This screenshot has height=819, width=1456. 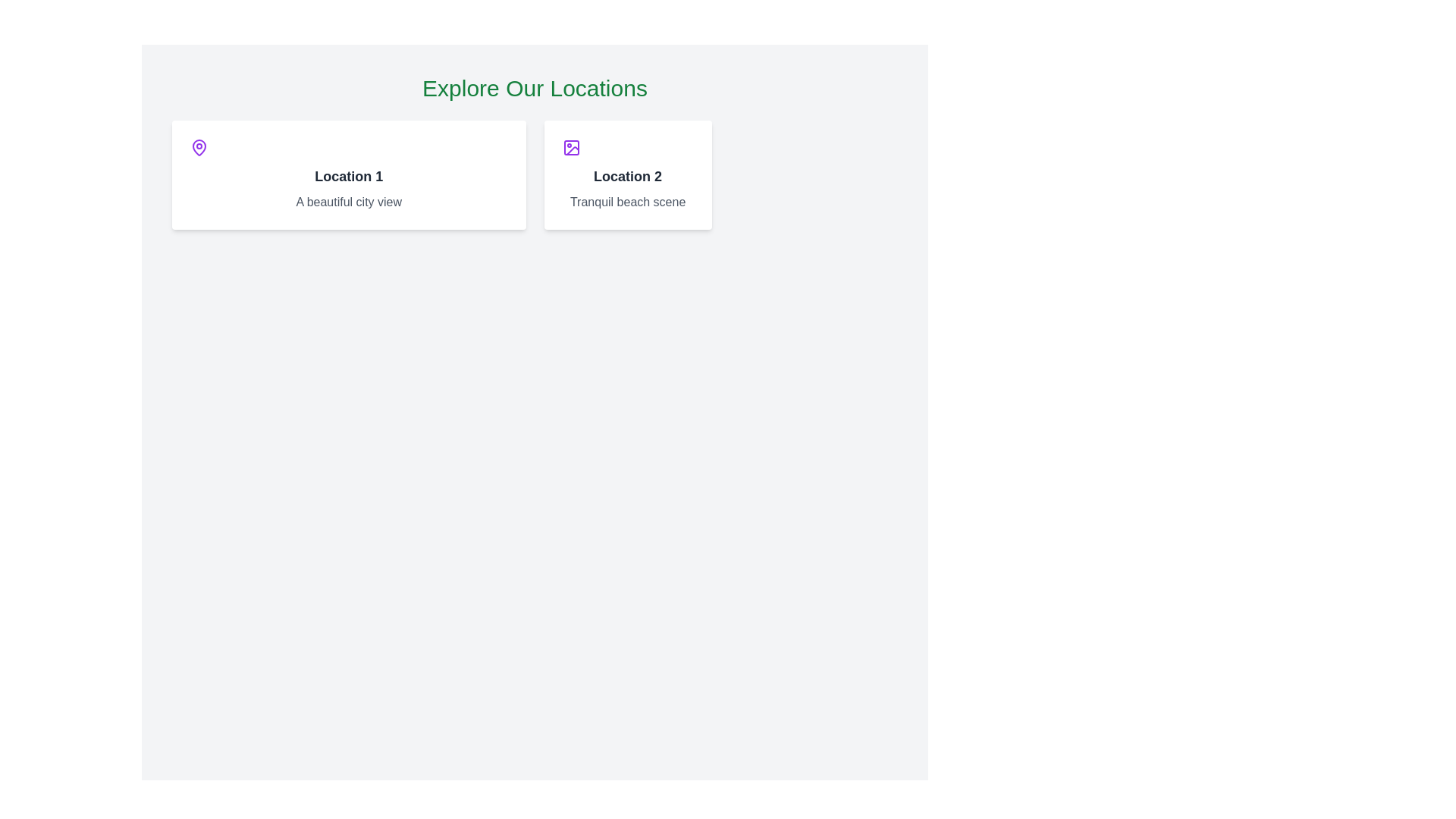 What do you see at coordinates (570, 148) in the screenshot?
I see `the icon located in the top-left corner inside the second card labeled 'Location 2', which indicates that the card content is related to an image or visual representation` at bounding box center [570, 148].